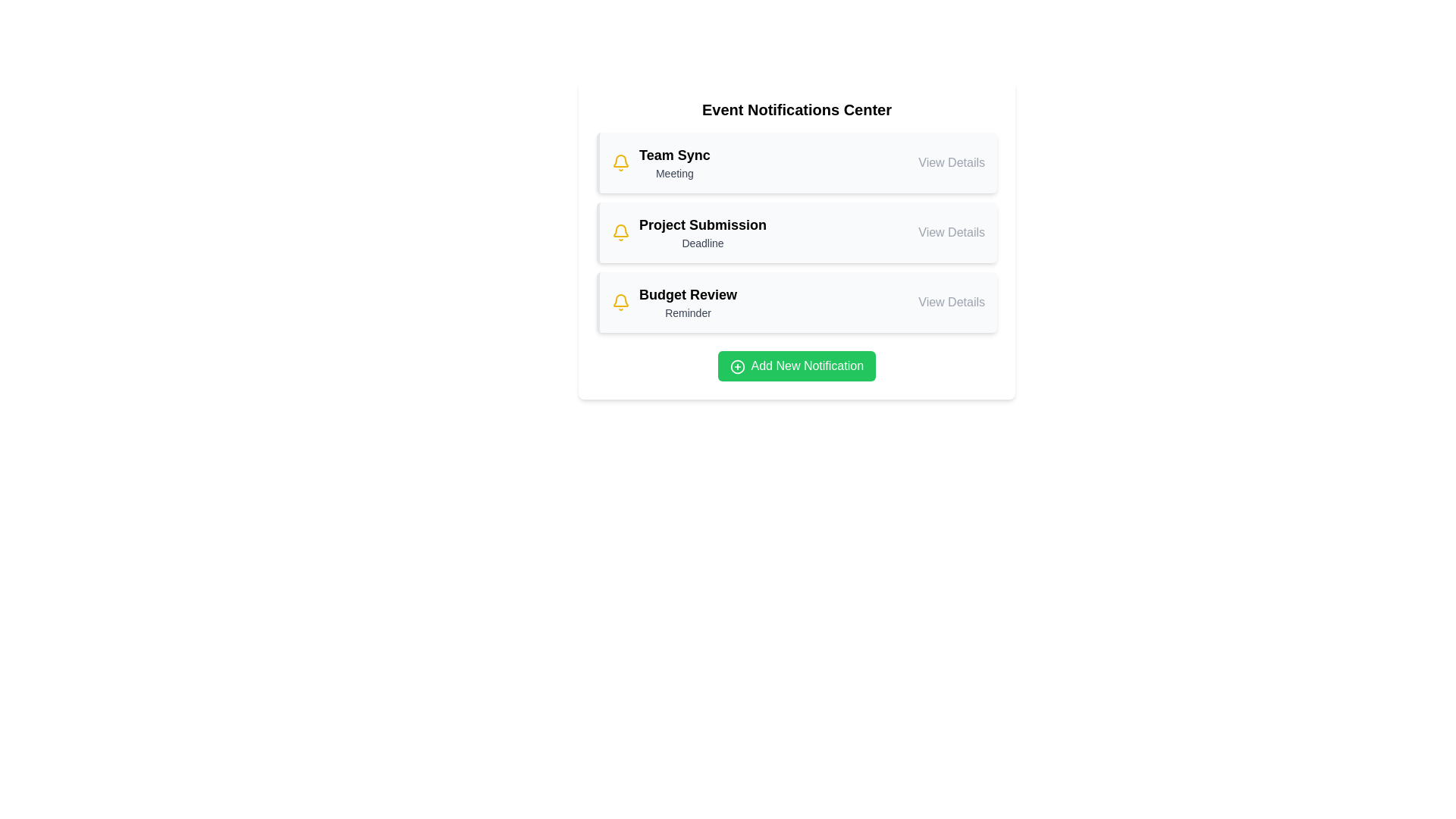 The height and width of the screenshot is (819, 1456). I want to click on the green rectangular button labeled 'Add New Notification', so click(796, 362).